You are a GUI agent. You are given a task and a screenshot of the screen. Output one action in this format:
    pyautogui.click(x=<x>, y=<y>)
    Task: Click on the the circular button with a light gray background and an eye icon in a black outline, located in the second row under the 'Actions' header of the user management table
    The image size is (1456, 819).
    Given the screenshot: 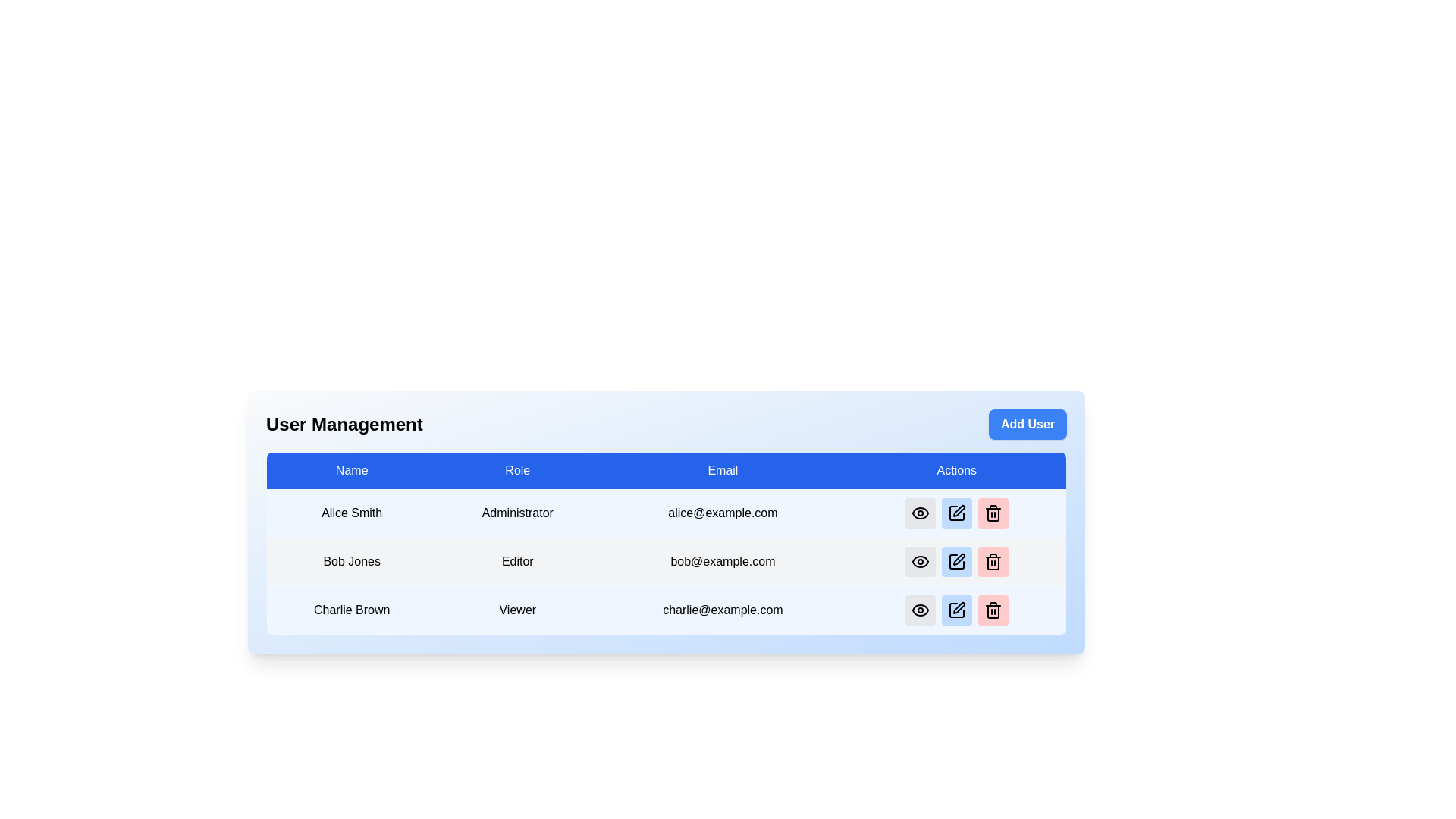 What is the action you would take?
    pyautogui.click(x=919, y=561)
    